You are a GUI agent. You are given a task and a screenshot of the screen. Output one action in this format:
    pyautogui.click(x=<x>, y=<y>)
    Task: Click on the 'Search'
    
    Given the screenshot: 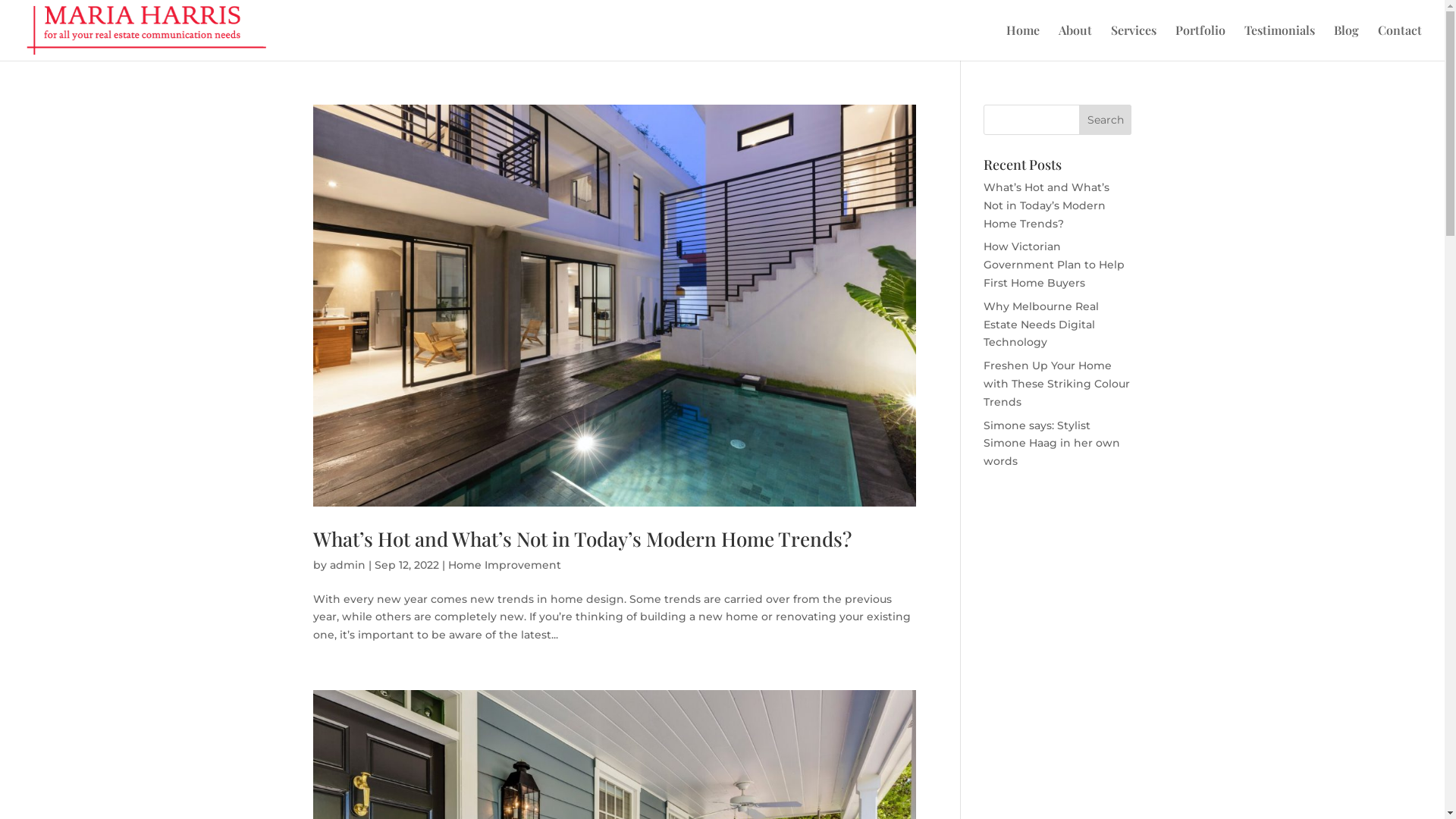 What is the action you would take?
    pyautogui.click(x=1106, y=119)
    